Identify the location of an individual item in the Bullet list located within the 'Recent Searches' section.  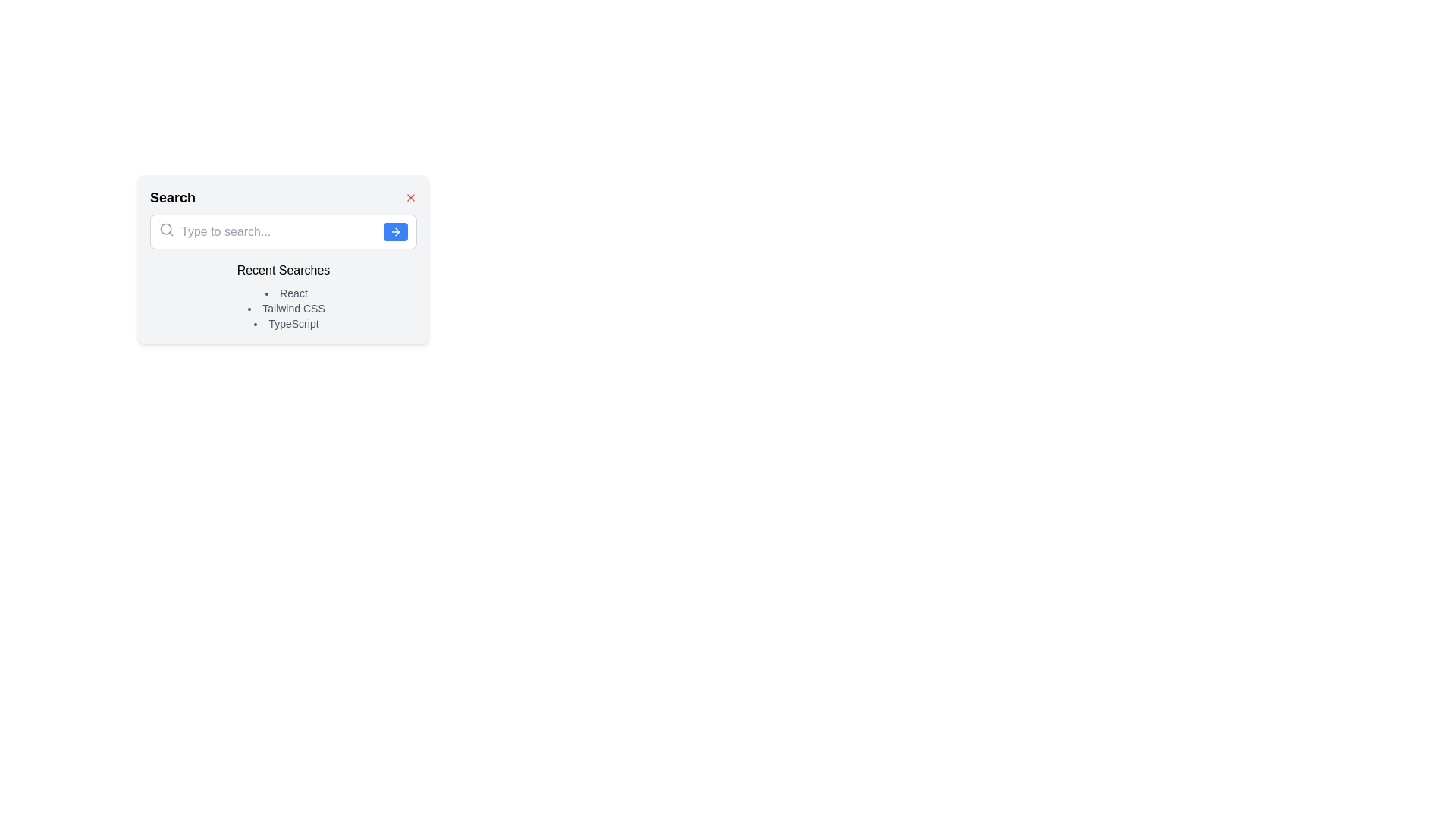
(284, 308).